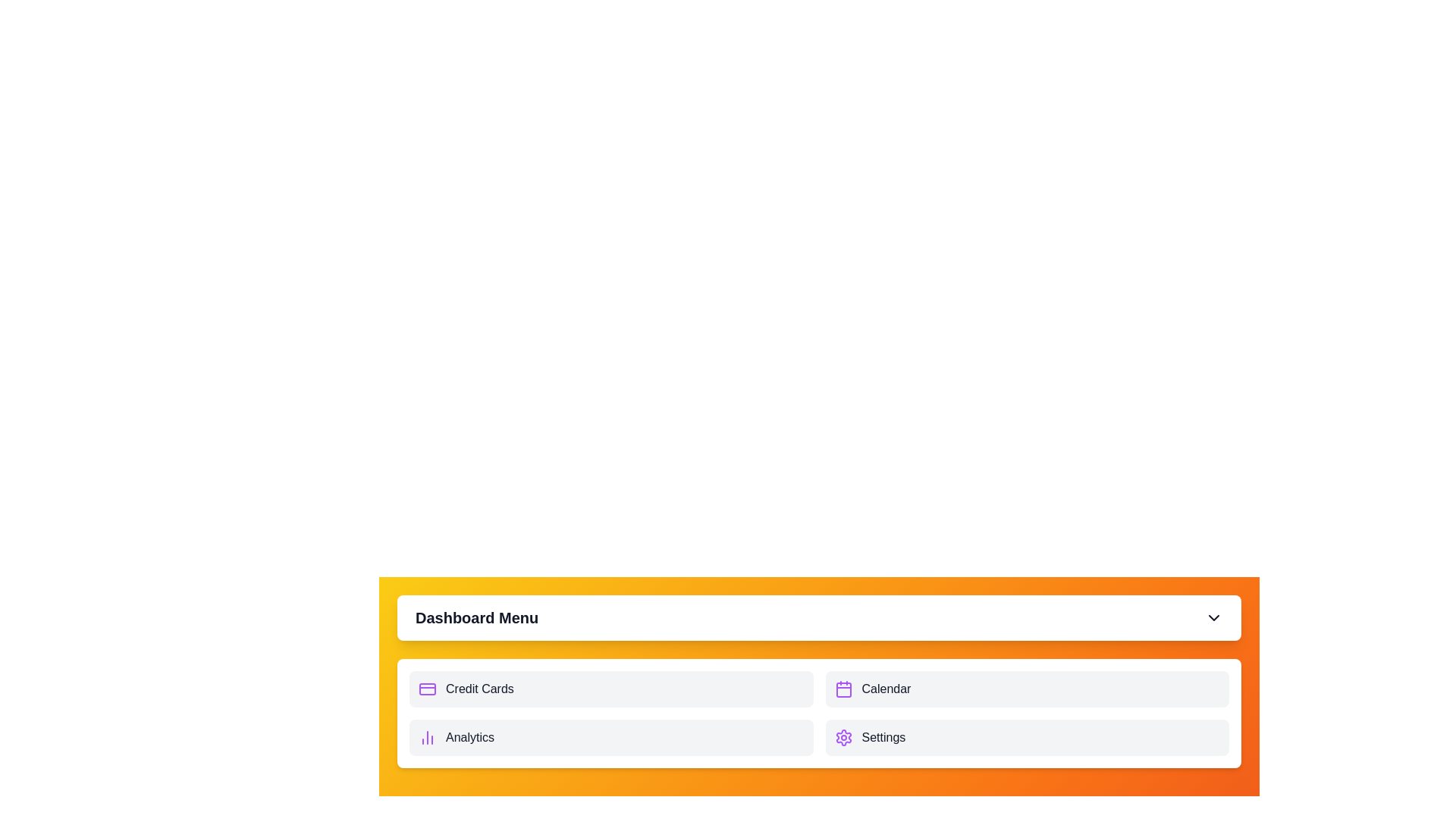 The image size is (1456, 819). I want to click on the menu item Calendar to activate its hover effect, so click(1027, 689).